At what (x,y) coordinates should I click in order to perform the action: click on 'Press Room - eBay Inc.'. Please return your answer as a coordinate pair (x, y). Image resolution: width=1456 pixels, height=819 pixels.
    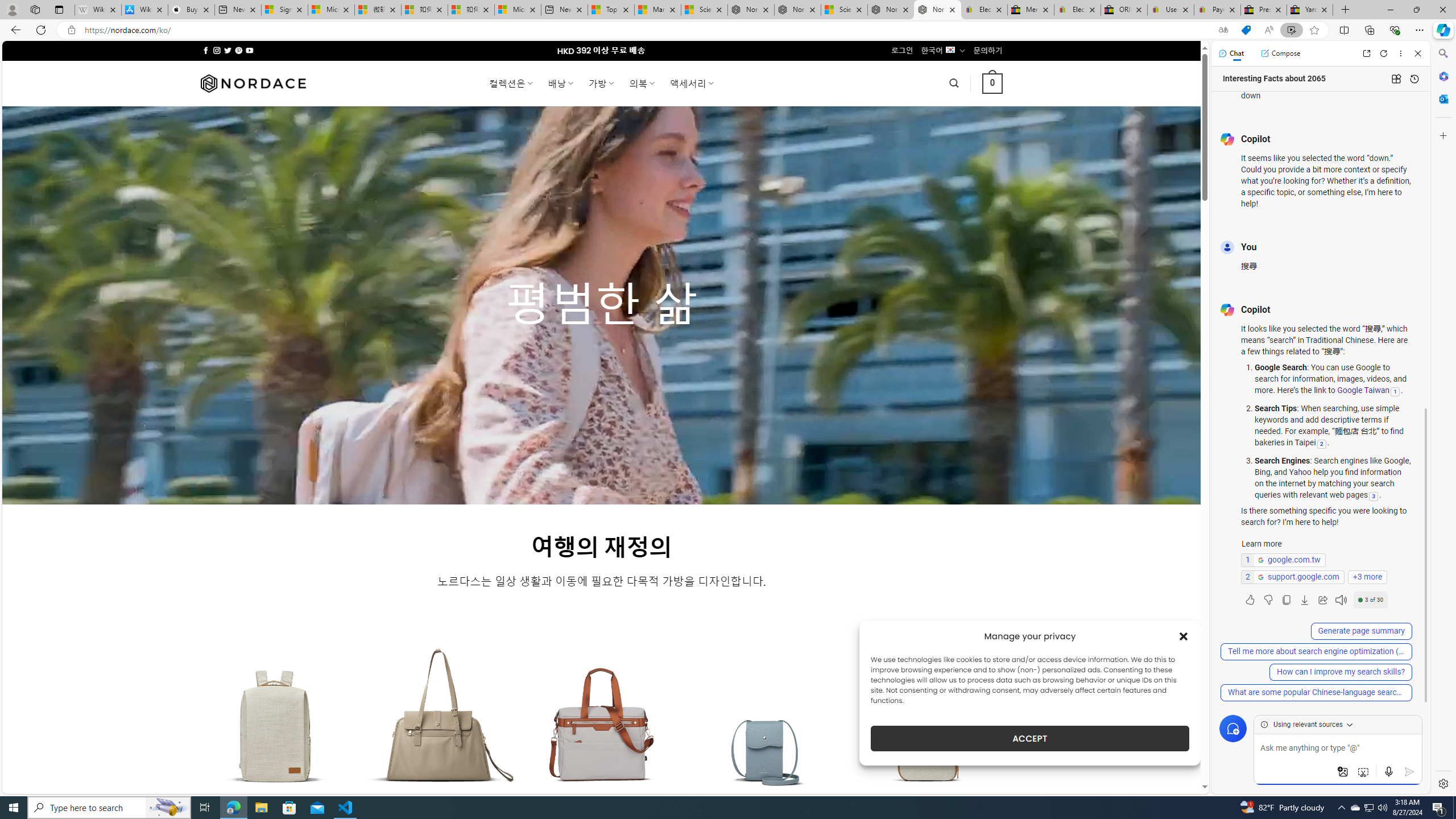
    Looking at the image, I should click on (1263, 9).